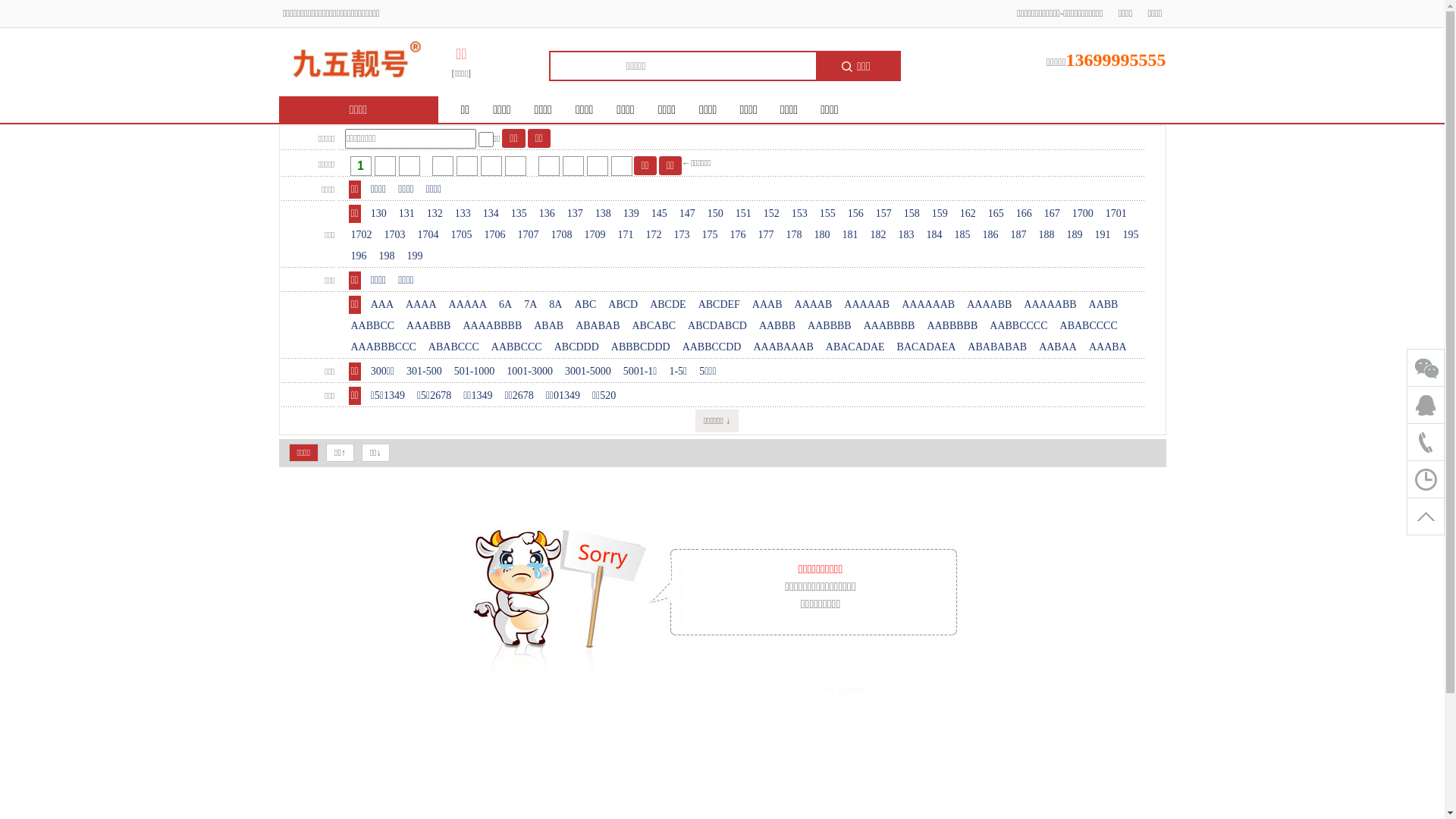 This screenshot has height=819, width=1456. I want to click on 'AAAAABB', so click(1049, 304).